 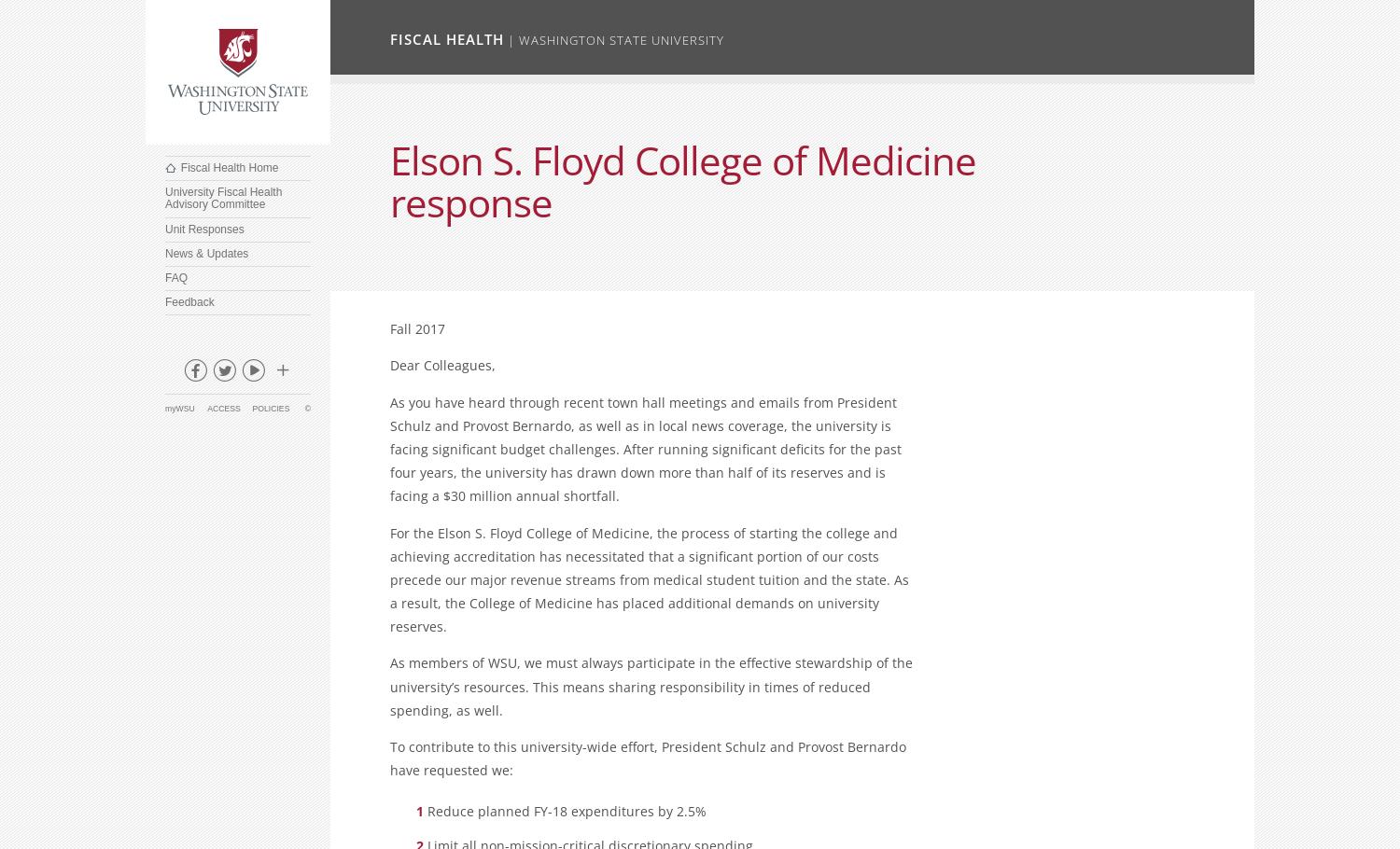 I want to click on 'News & Updates', so click(x=165, y=251).